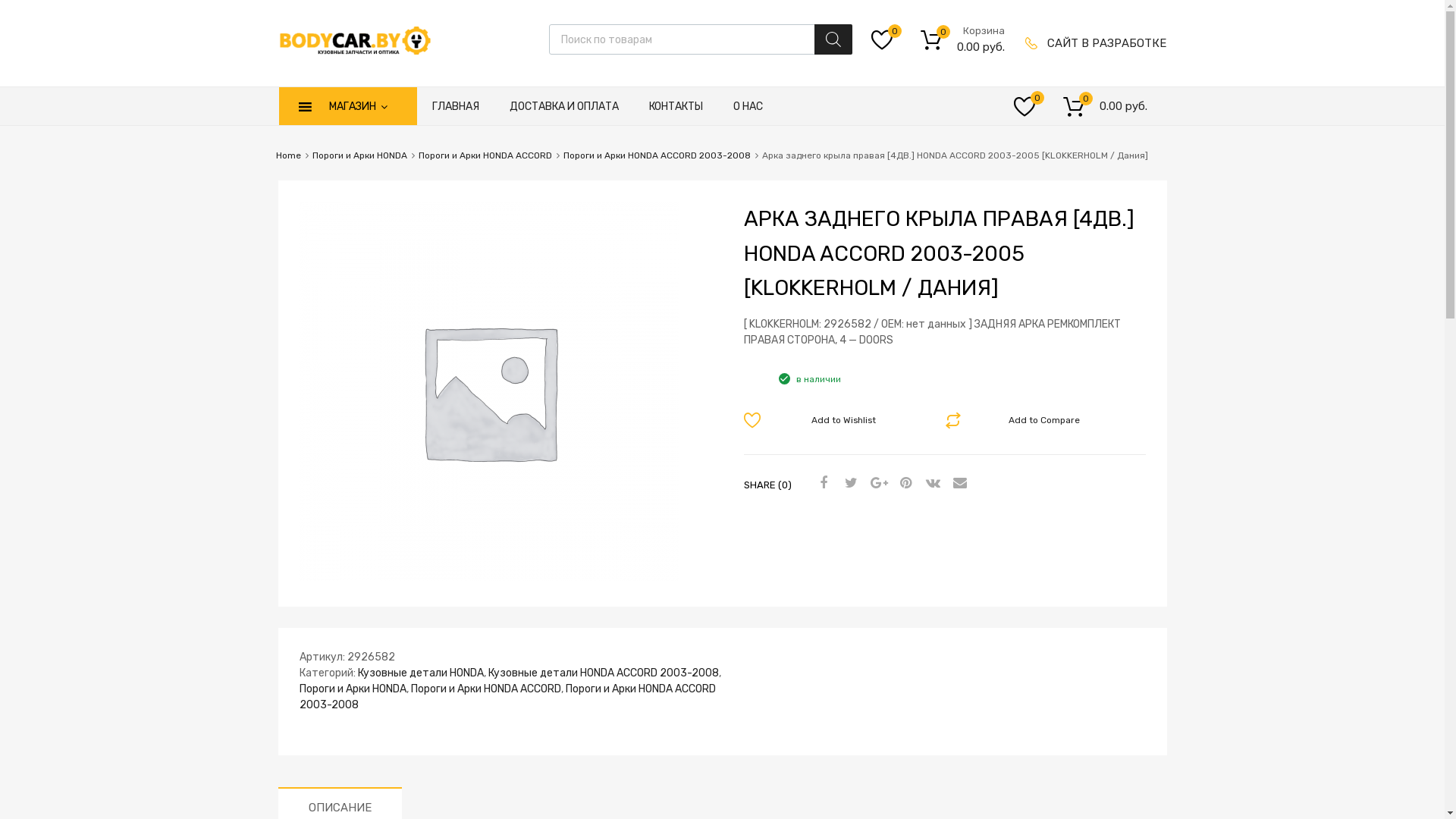  I want to click on 'Share this article on Twitter', so click(847, 483).